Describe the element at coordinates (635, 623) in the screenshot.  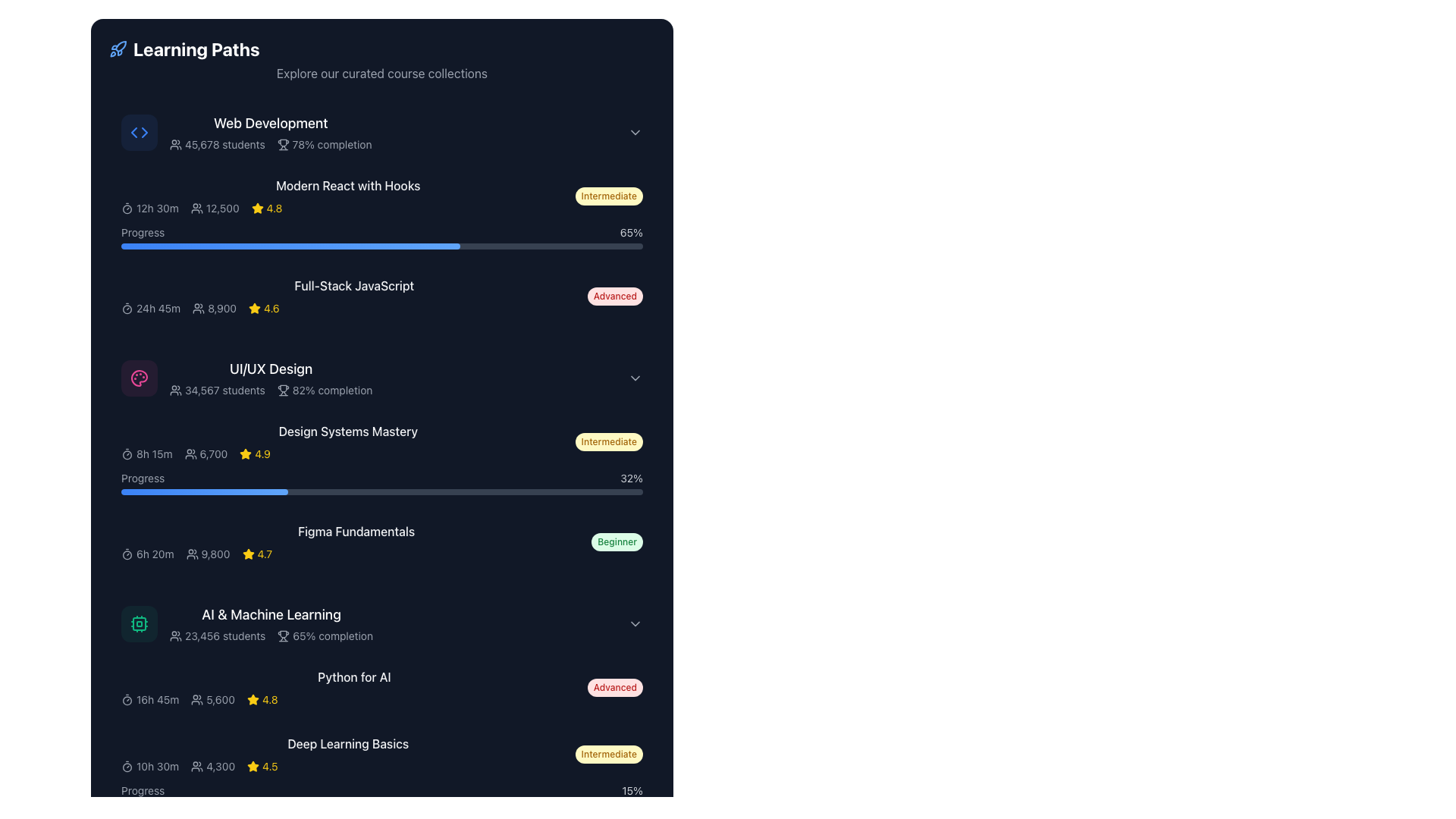
I see `the small right-facing chevron icon located at the bottom-right corner of the 'AI & Machine Learning' module` at that location.